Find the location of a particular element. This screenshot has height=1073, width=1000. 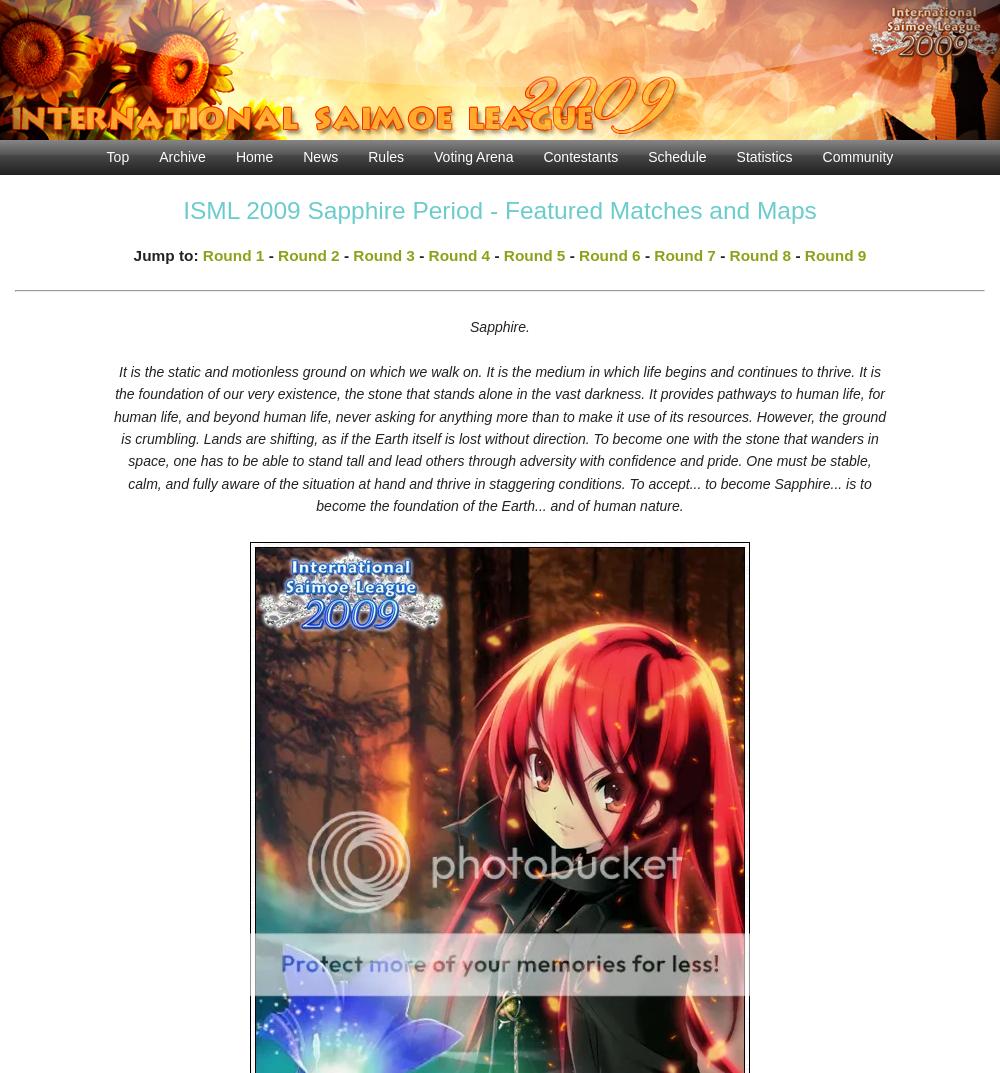

'Round 4' is located at coordinates (458, 253).